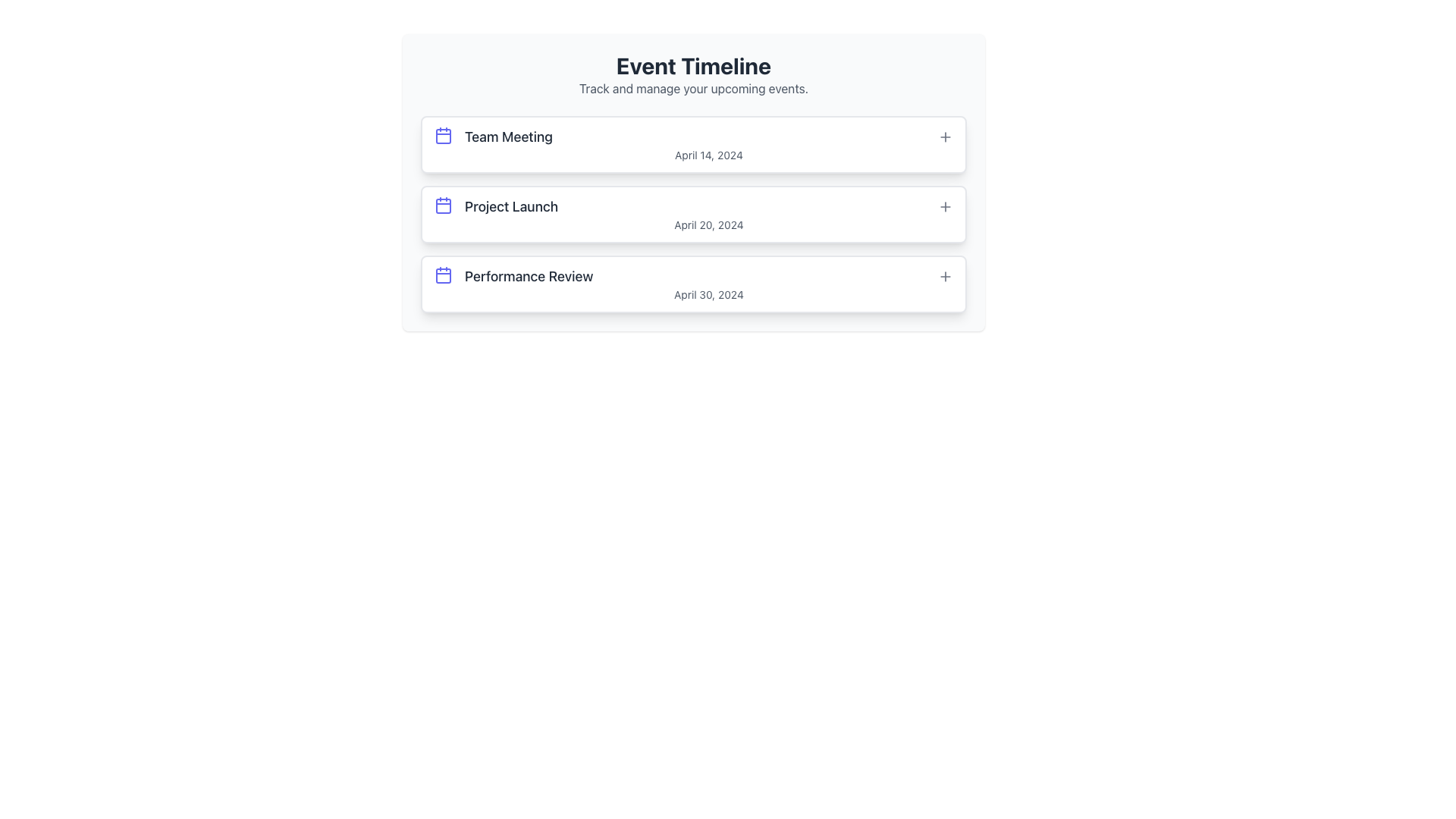  Describe the element at coordinates (443, 134) in the screenshot. I see `the calendar icon associated with the 'Team Meeting' event, which is positioned to the left of the event's text content` at that location.